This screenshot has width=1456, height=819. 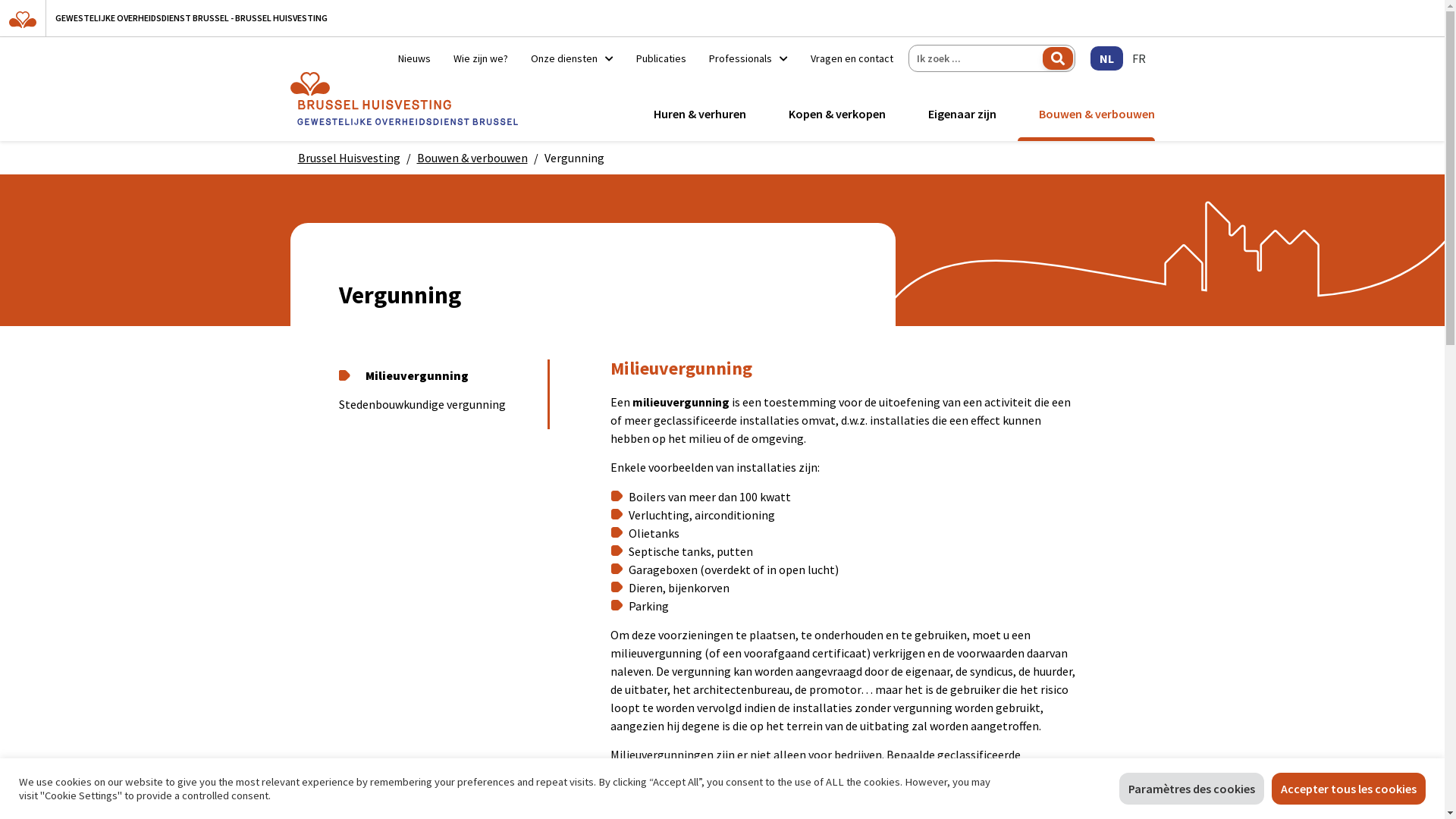 I want to click on 'Stedenbouwkundige vergunning', so click(x=435, y=403).